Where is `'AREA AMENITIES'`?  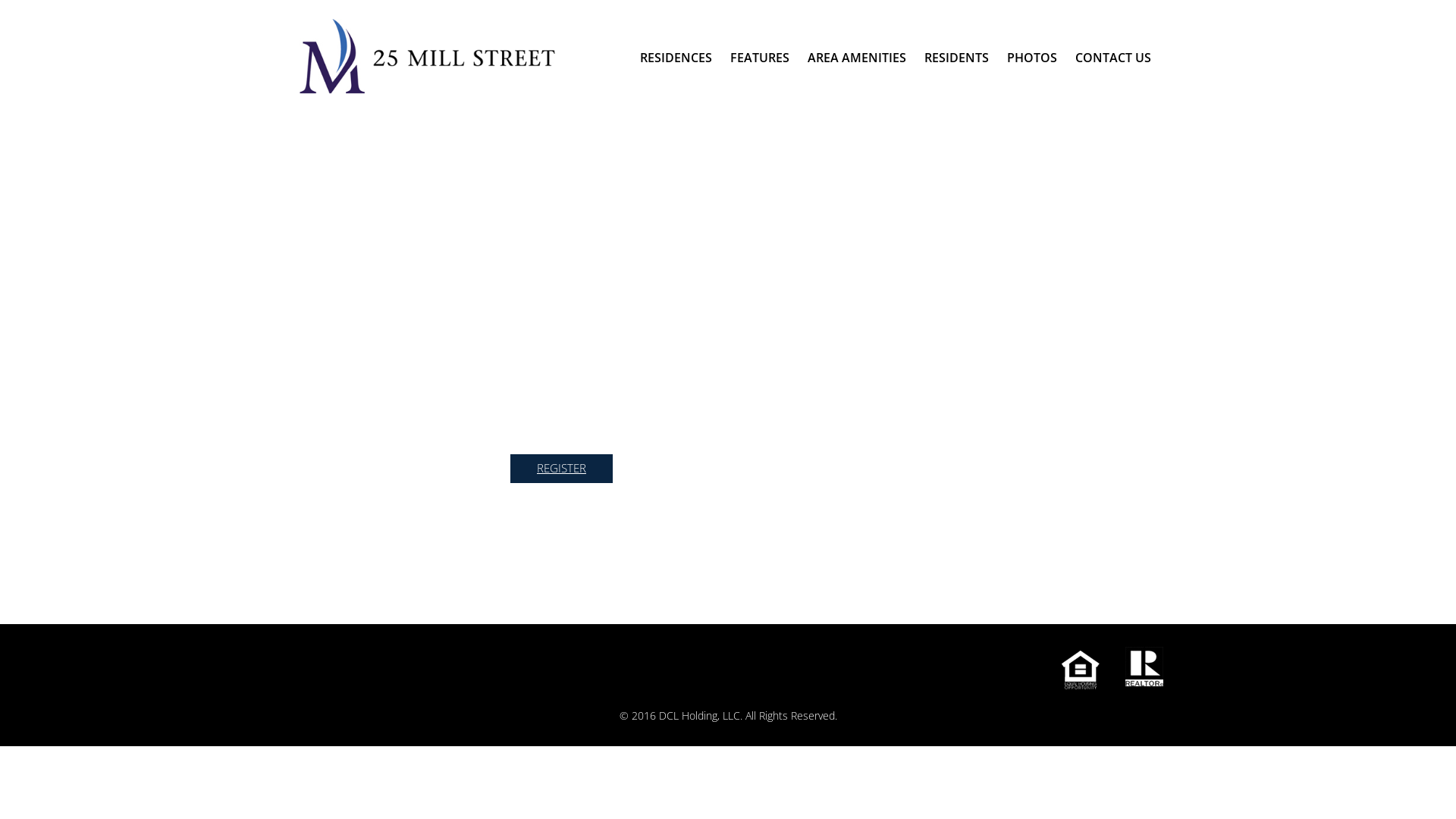
'AREA AMENITIES' is located at coordinates (856, 57).